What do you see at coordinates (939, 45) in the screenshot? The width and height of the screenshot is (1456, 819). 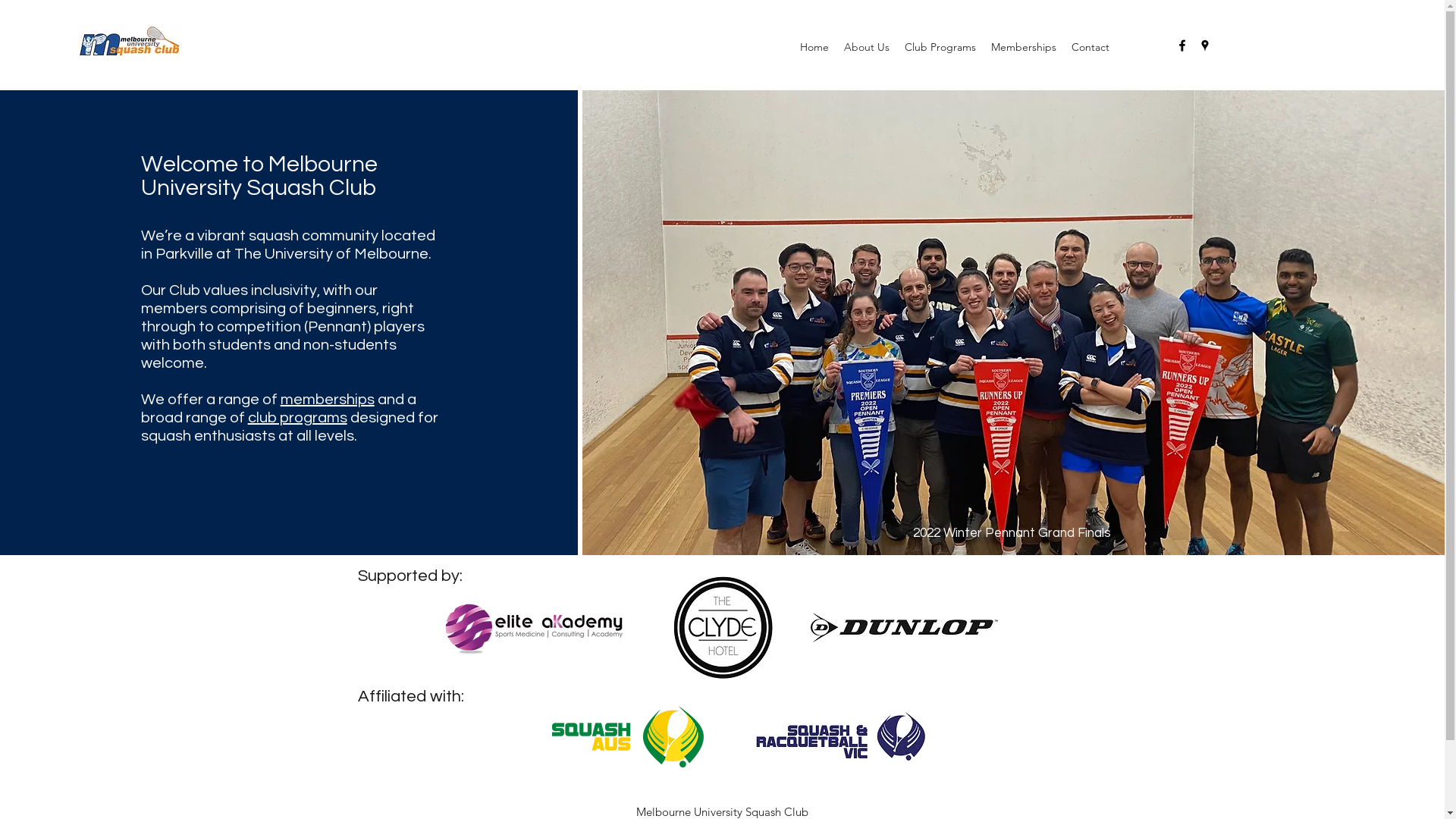 I see `'Club Programs'` at bounding box center [939, 45].